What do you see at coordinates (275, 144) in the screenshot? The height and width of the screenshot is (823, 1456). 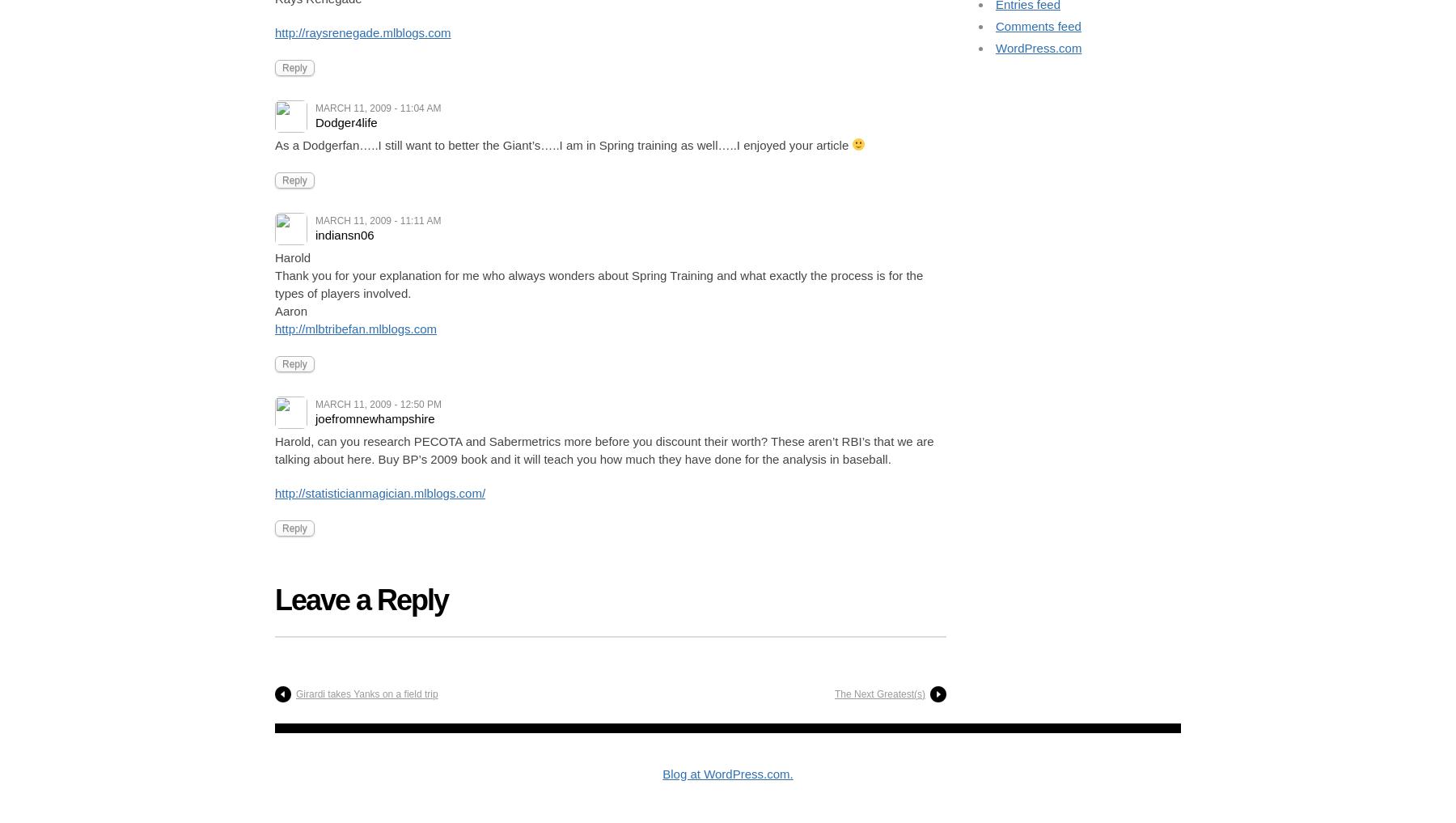 I see `'As a Dodgerfan…..I still want to better the Giant’s…..I am in Spring training as well…..I enjoyed your article'` at bounding box center [275, 144].